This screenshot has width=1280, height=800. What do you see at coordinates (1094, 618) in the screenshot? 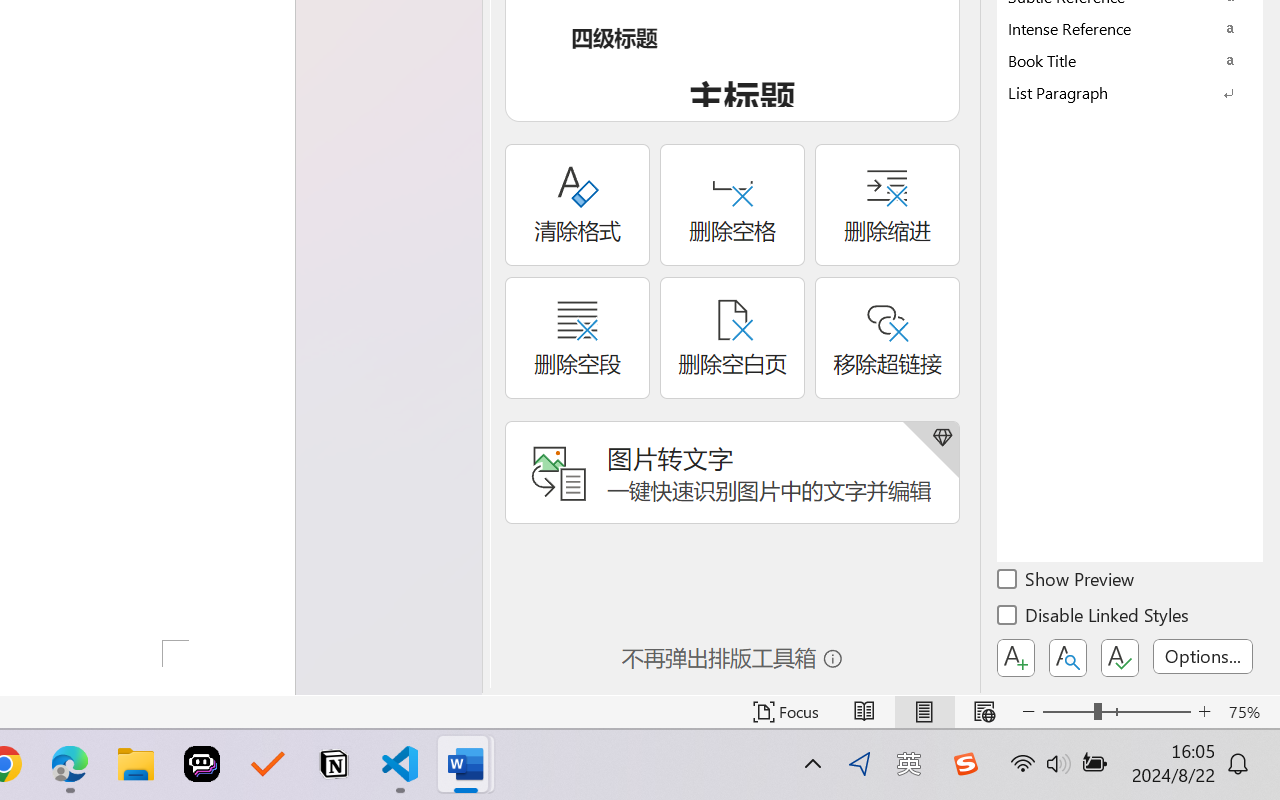
I see `'Disable Linked Styles'` at bounding box center [1094, 618].